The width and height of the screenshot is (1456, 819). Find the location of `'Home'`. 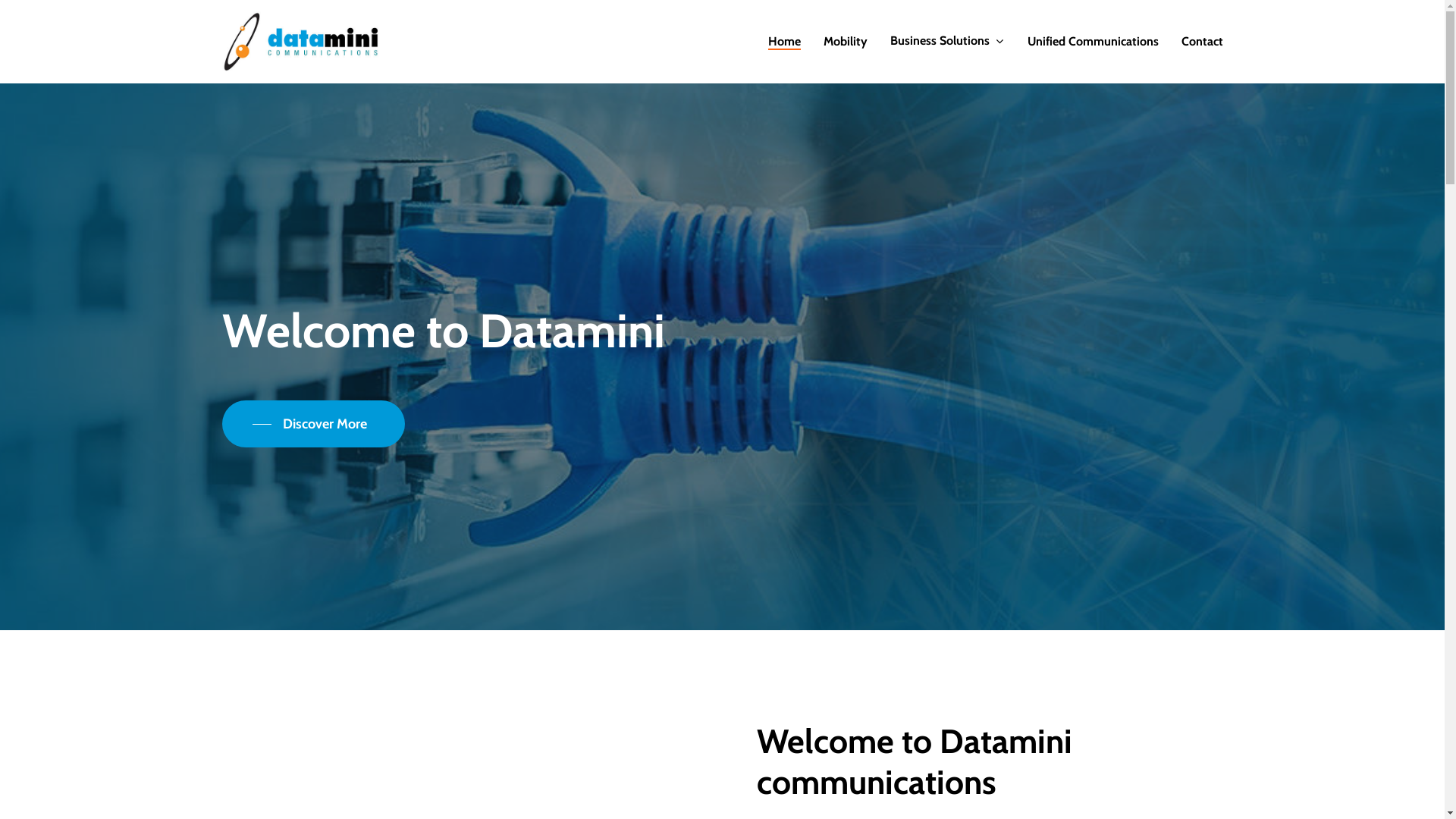

'Home' is located at coordinates (767, 40).